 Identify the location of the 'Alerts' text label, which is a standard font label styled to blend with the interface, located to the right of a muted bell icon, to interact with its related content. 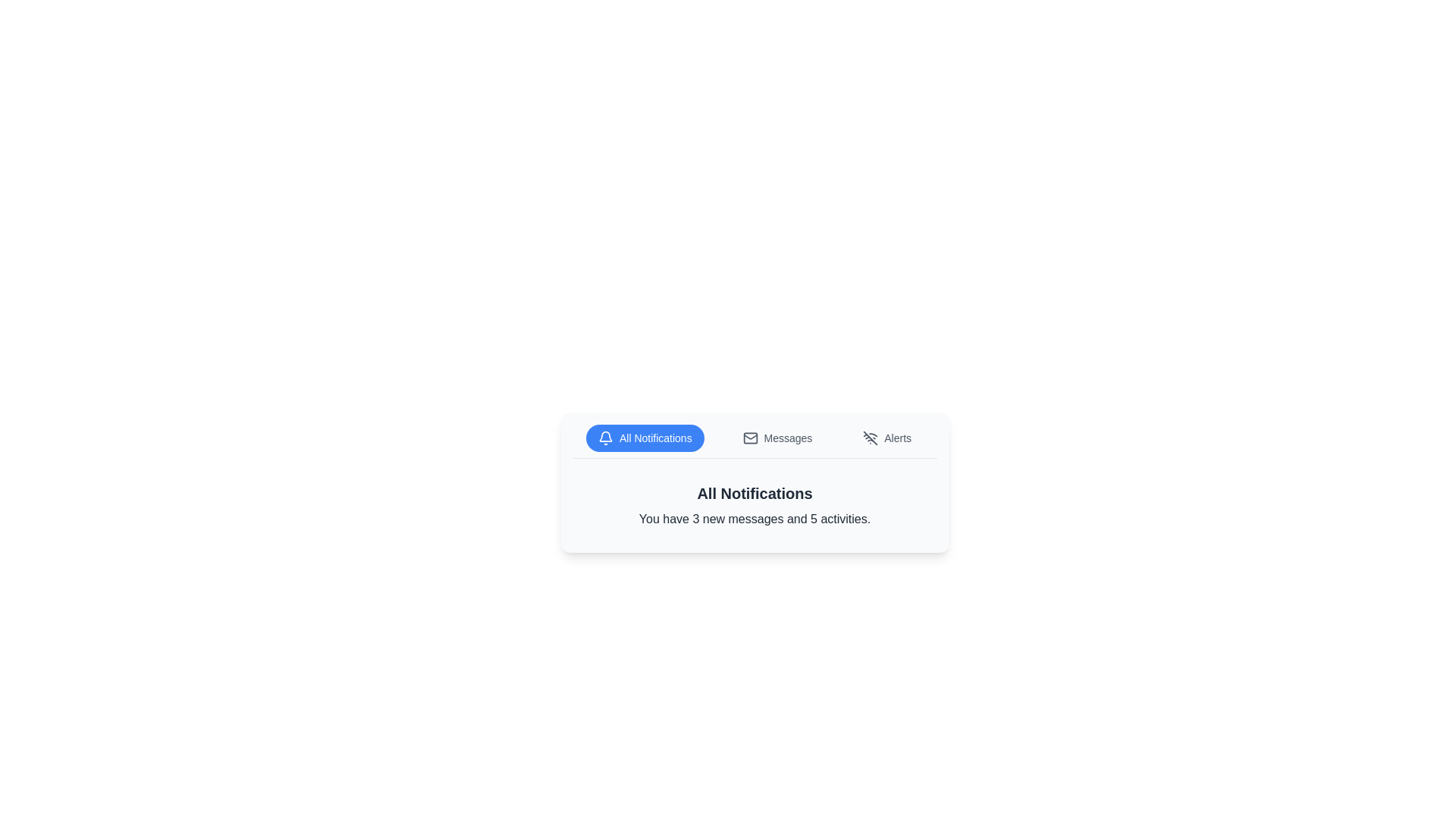
(898, 438).